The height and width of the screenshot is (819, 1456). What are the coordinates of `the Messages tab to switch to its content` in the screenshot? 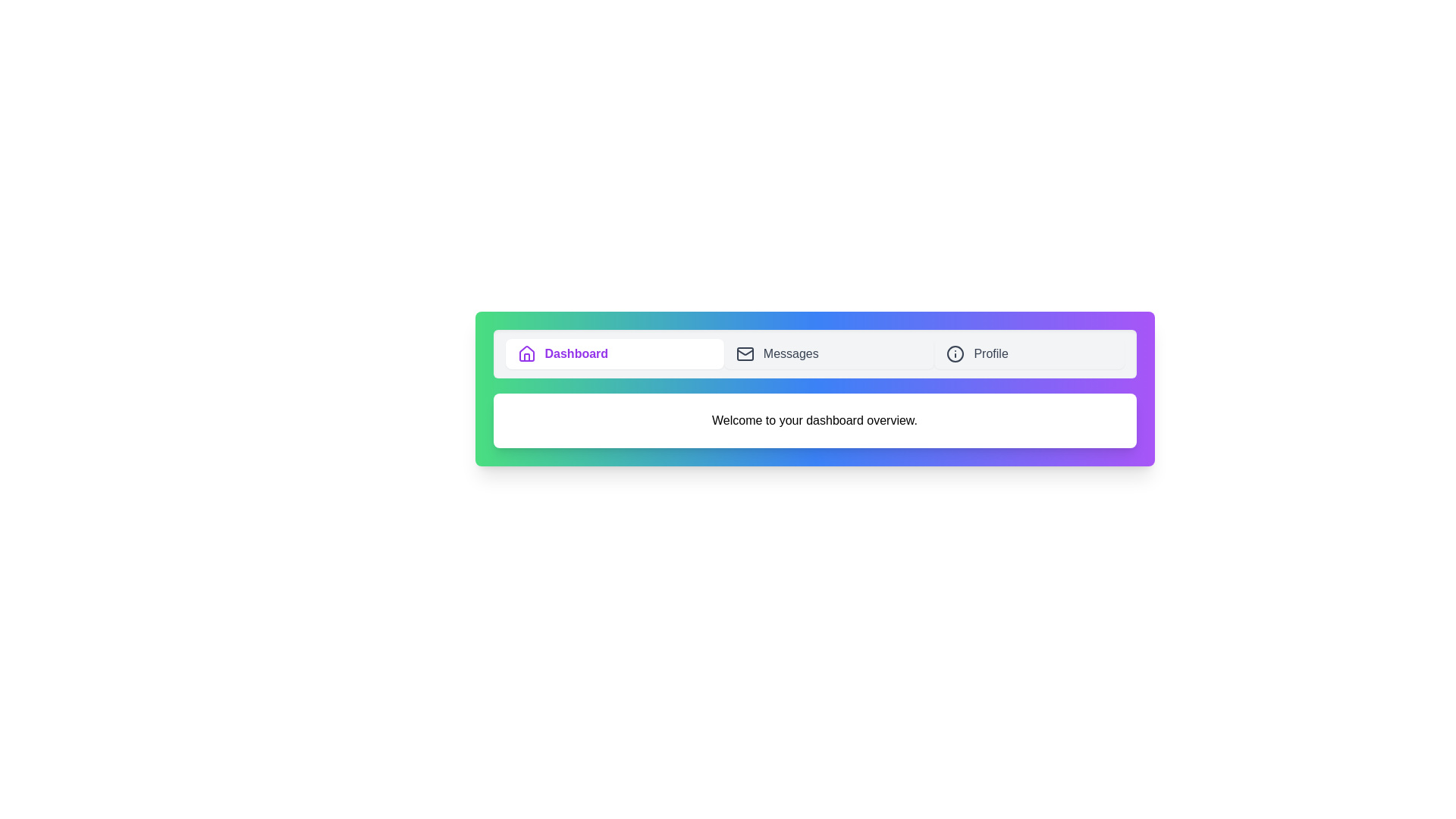 It's located at (828, 353).